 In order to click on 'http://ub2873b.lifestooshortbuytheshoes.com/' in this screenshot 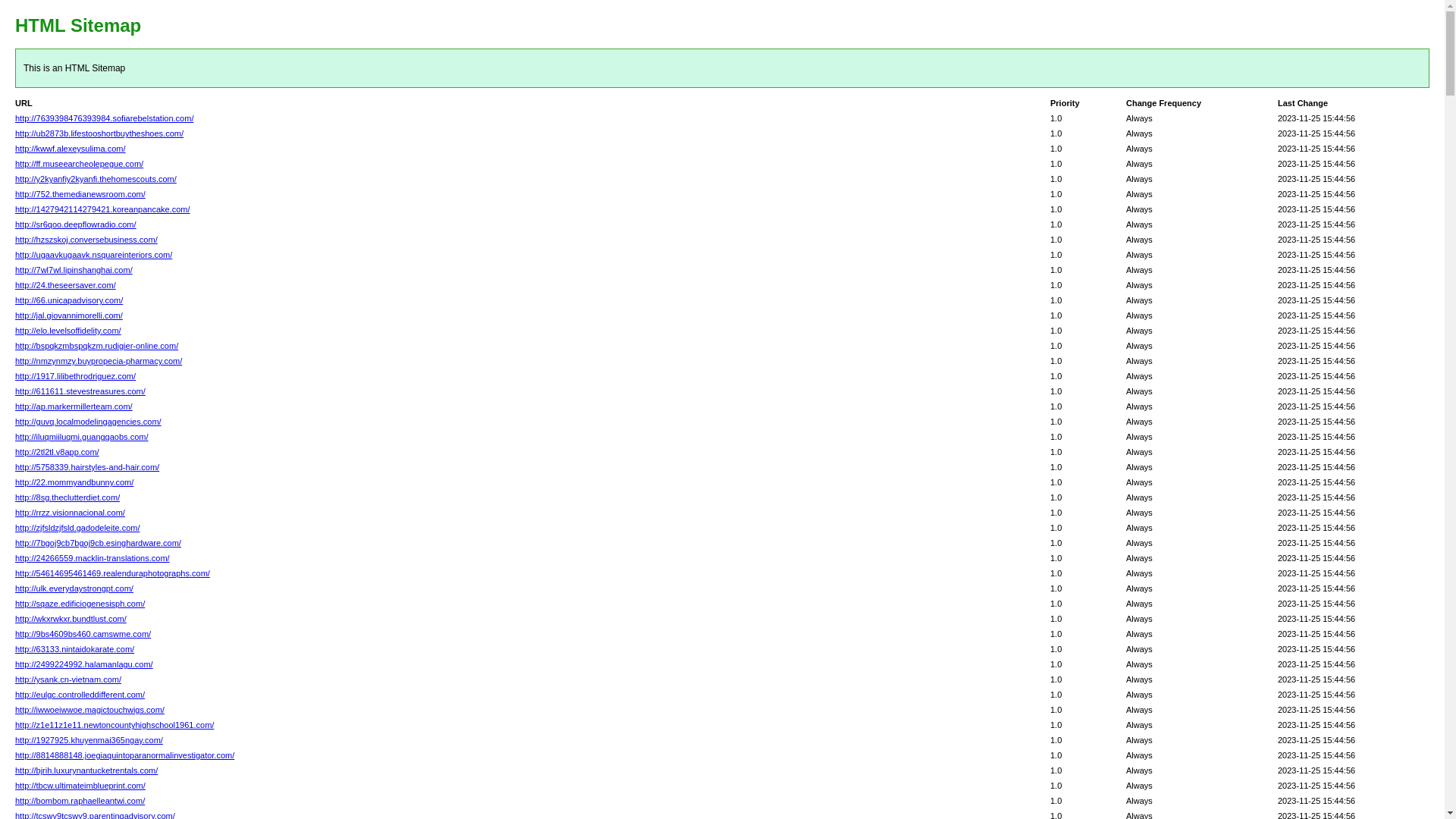, I will do `click(98, 133)`.